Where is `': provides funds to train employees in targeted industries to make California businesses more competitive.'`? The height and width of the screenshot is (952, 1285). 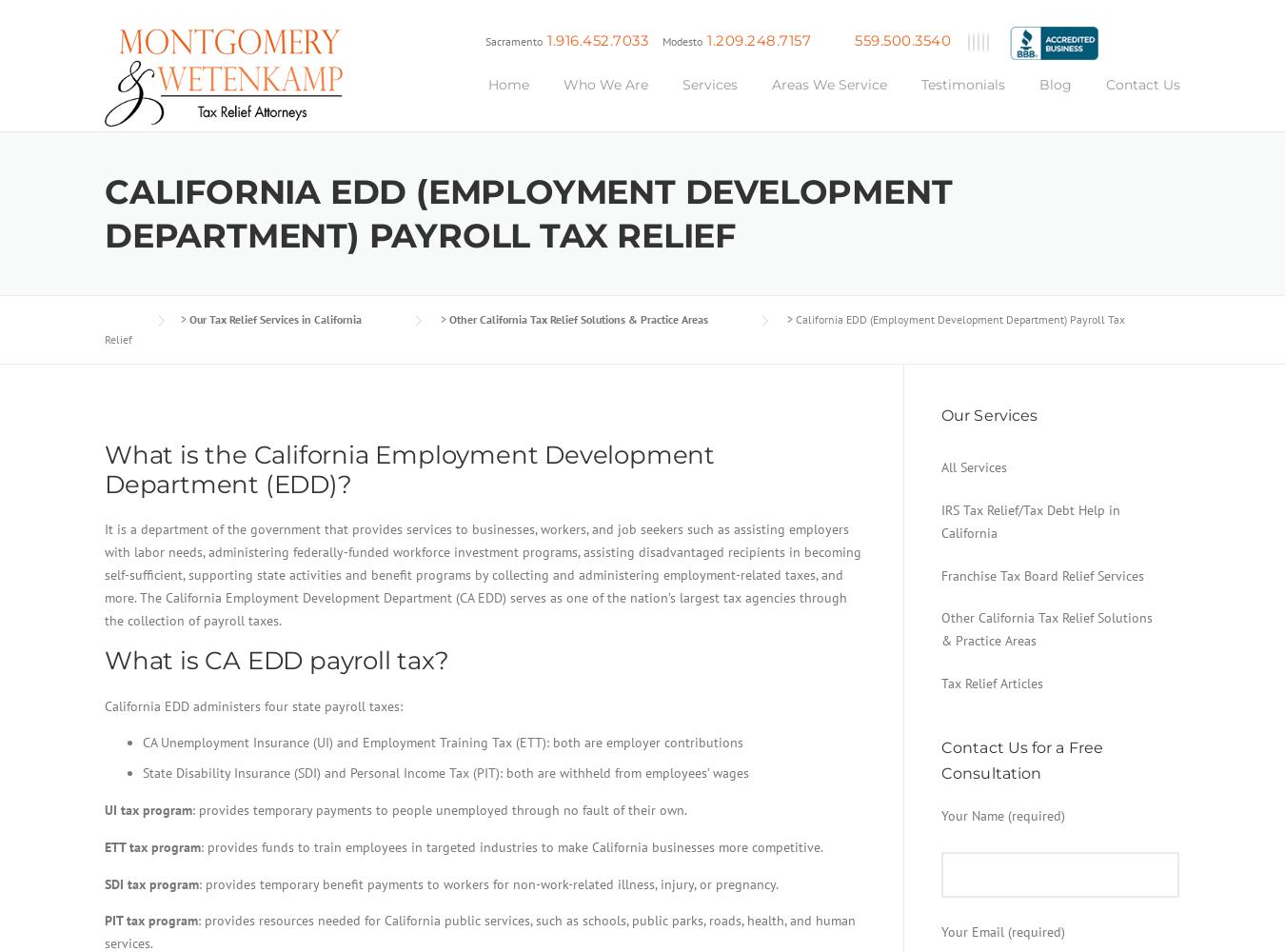
': provides funds to train employees in targeted industries to make California businesses more competitive.' is located at coordinates (510, 846).